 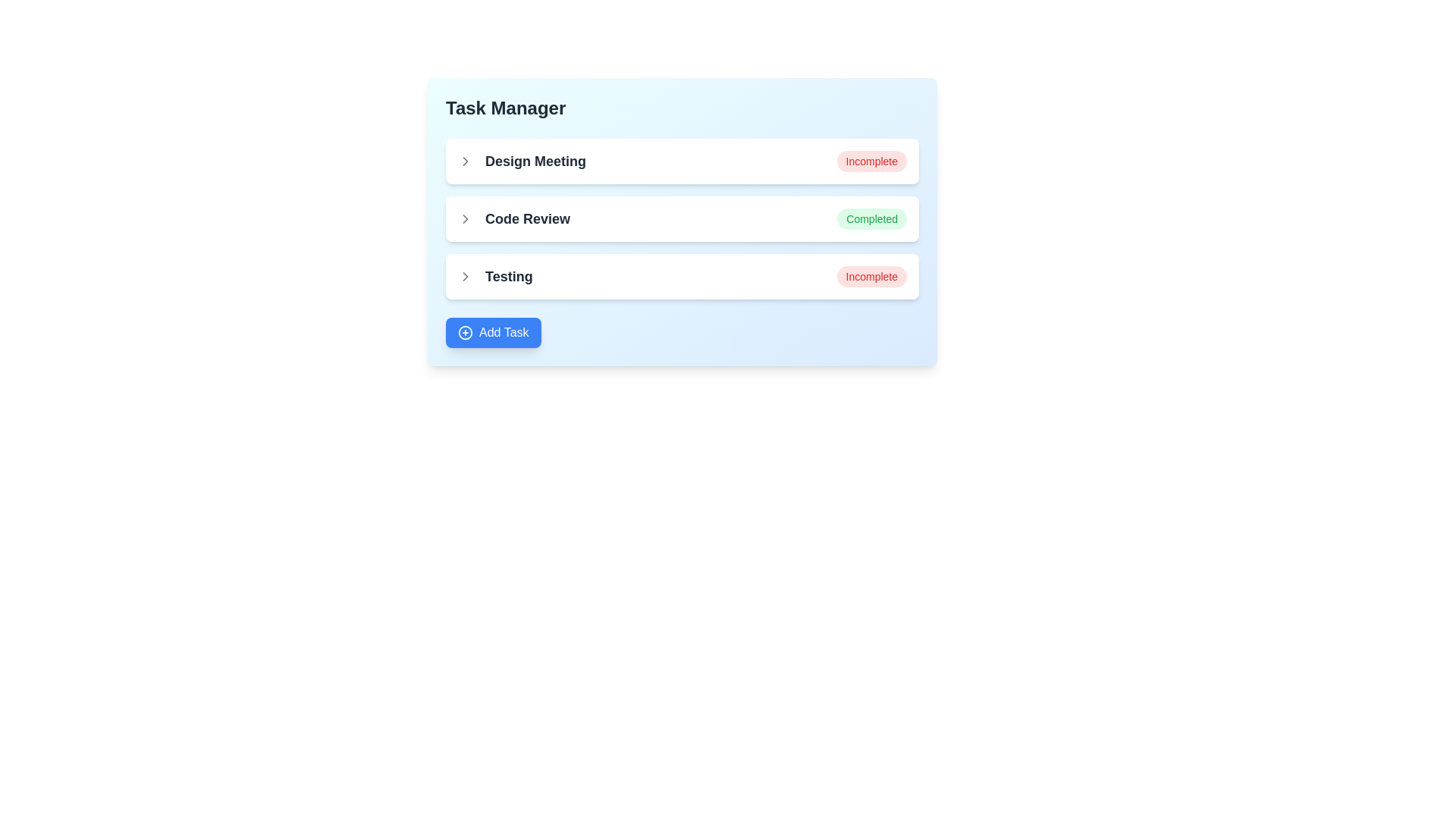 What do you see at coordinates (492, 332) in the screenshot?
I see `'Add Task' button to initiate adding a new task` at bounding box center [492, 332].